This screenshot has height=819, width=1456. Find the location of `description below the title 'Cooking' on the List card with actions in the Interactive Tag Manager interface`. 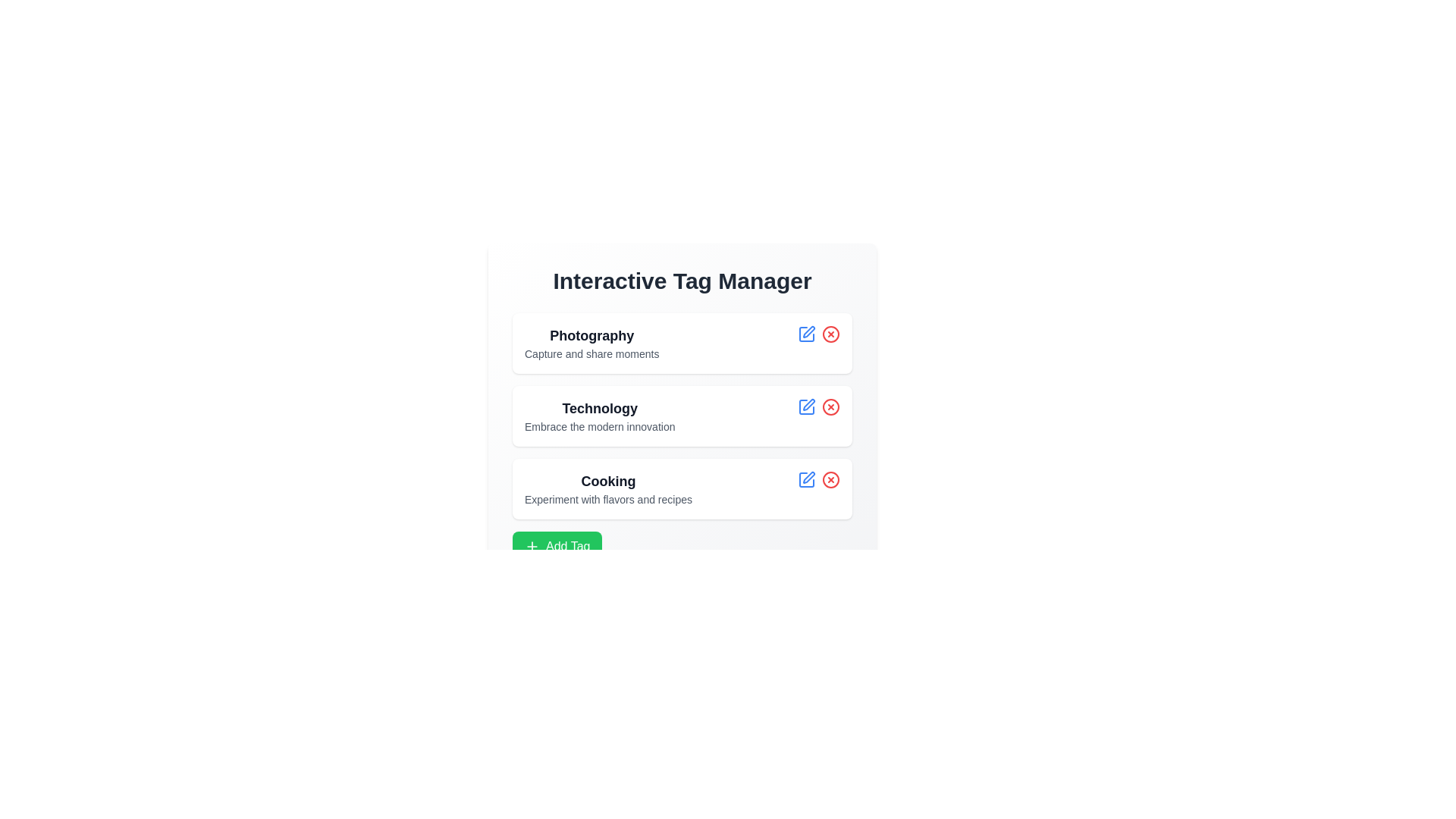

description below the title 'Cooking' on the List card with actions in the Interactive Tag Manager interface is located at coordinates (682, 488).